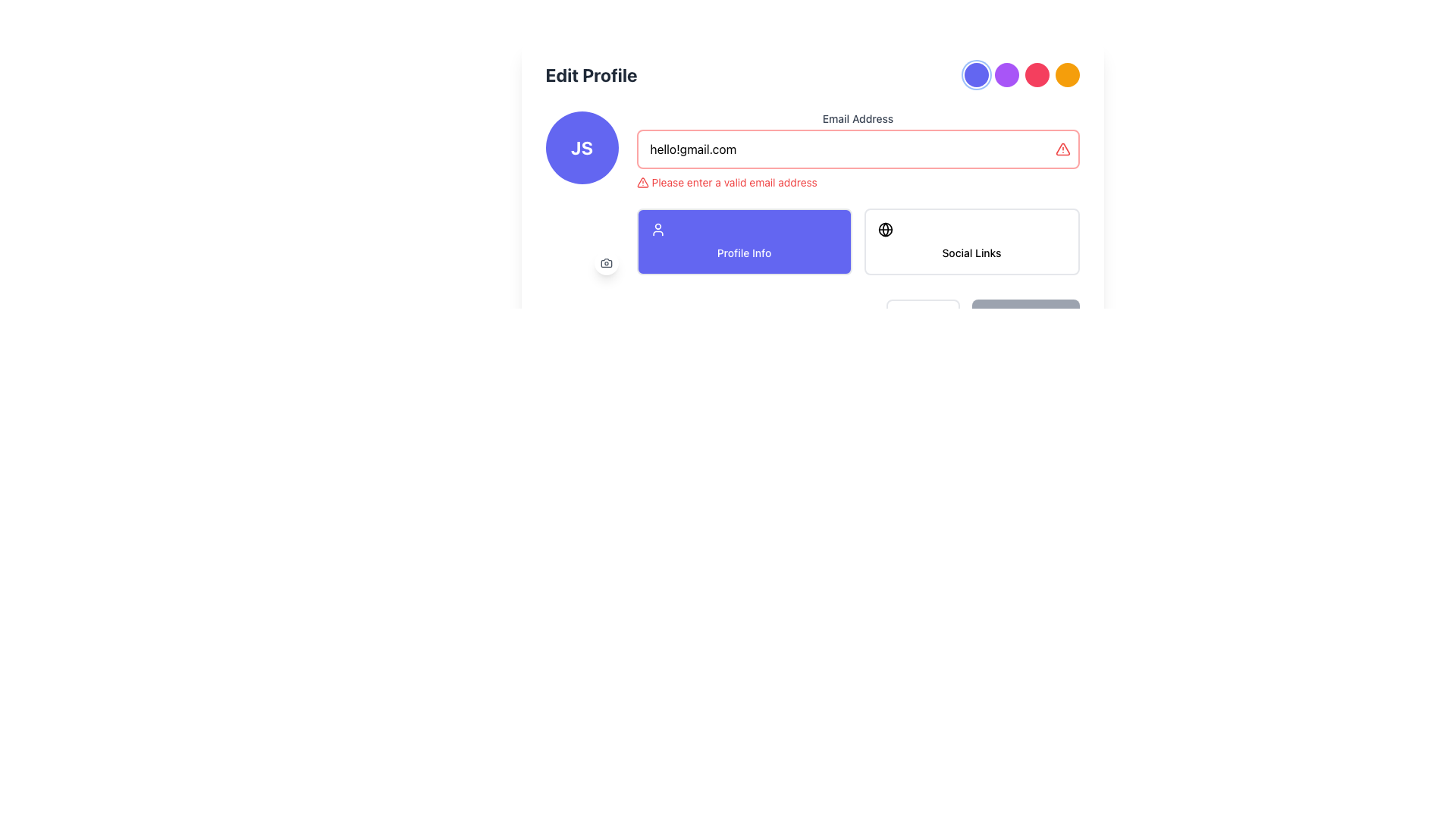  What do you see at coordinates (858, 118) in the screenshot?
I see `the 'Email Address' label, which is styled with a smaller font size and light gray color, positioned directly above the email input field` at bounding box center [858, 118].